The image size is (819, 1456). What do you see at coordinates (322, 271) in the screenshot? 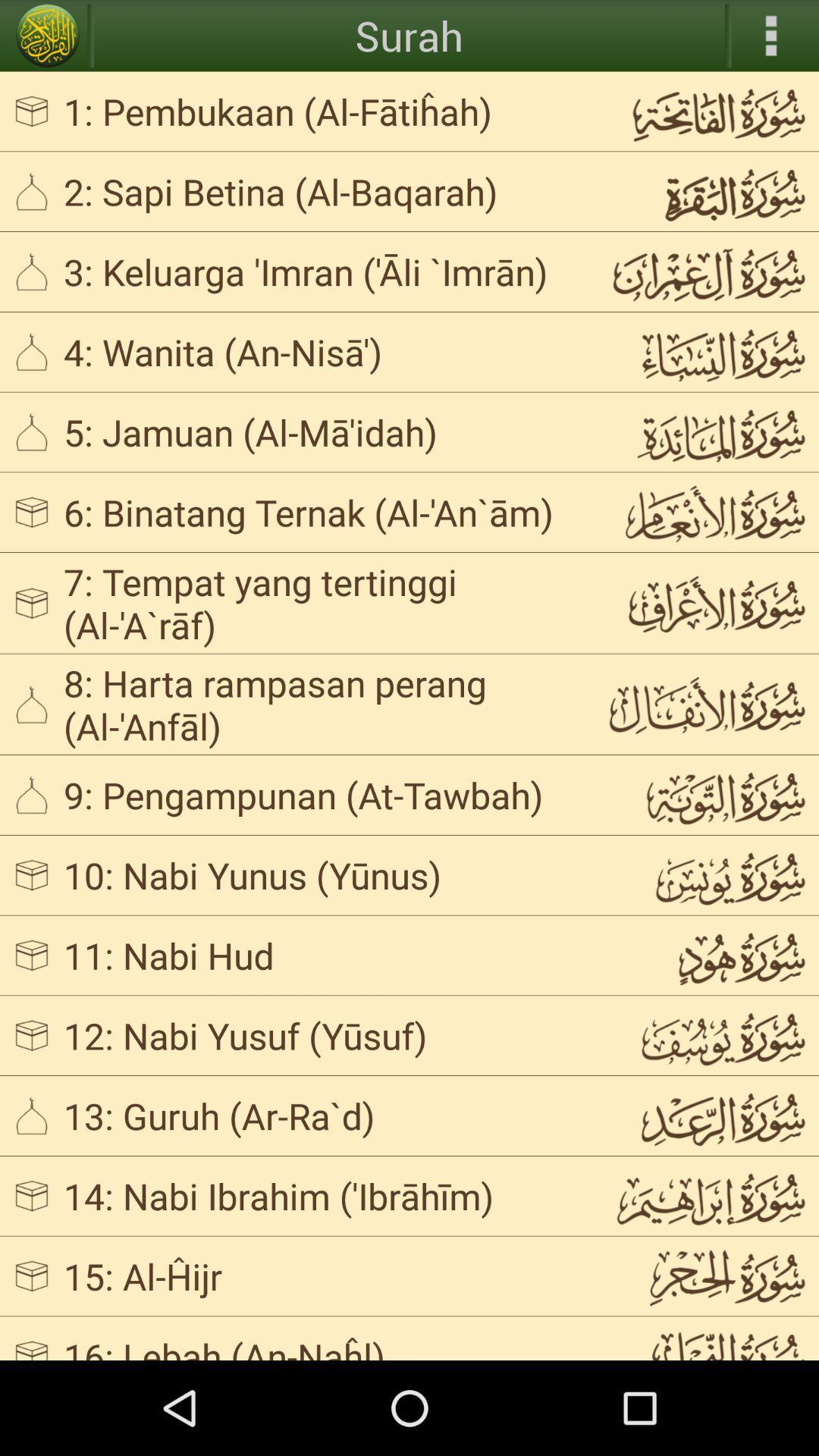
I see `3 keluarga imran icon` at bounding box center [322, 271].